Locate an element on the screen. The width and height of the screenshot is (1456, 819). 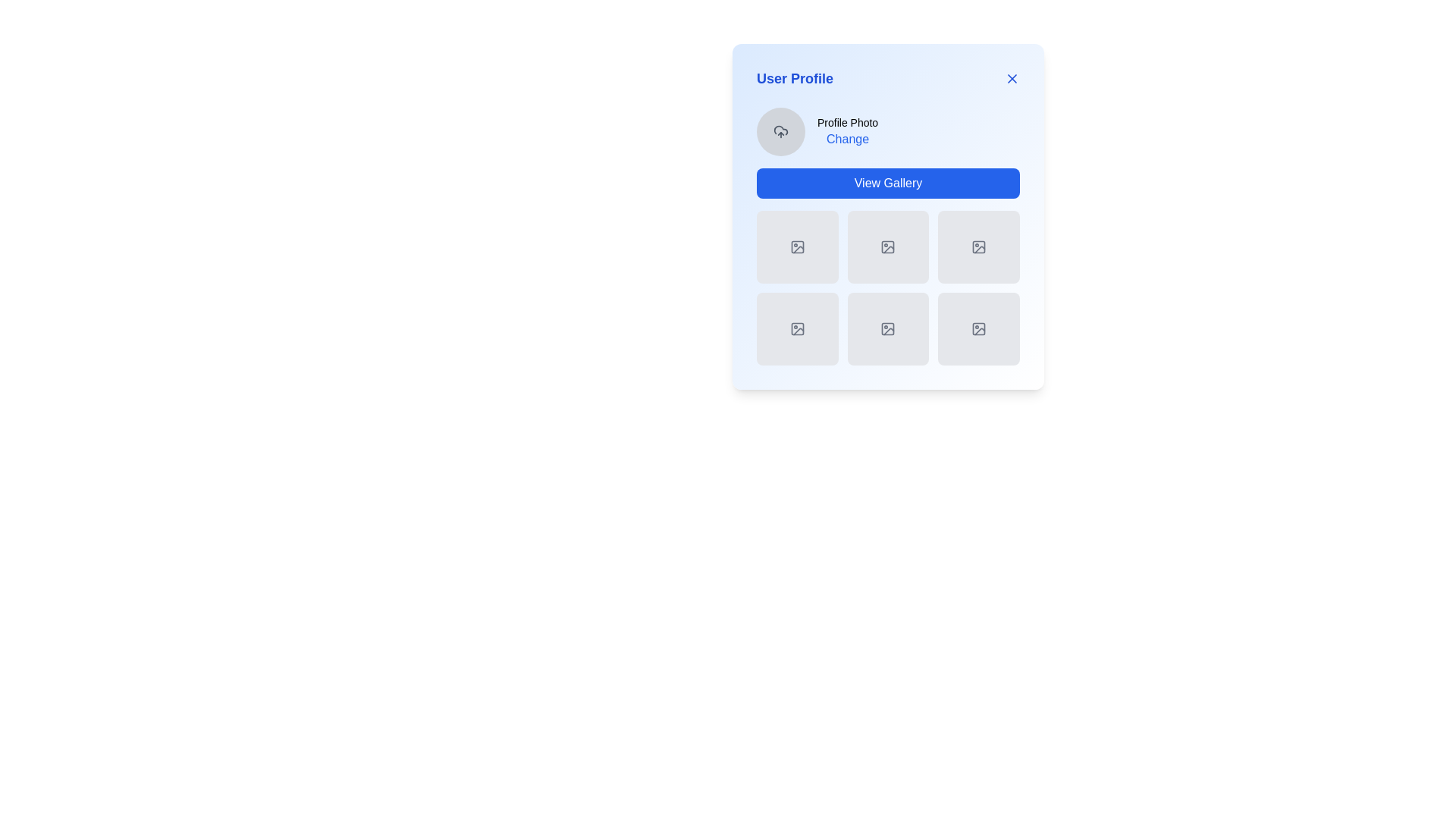
the image placeholder element with a light gray background, located in the center of a grid layout is located at coordinates (888, 216).